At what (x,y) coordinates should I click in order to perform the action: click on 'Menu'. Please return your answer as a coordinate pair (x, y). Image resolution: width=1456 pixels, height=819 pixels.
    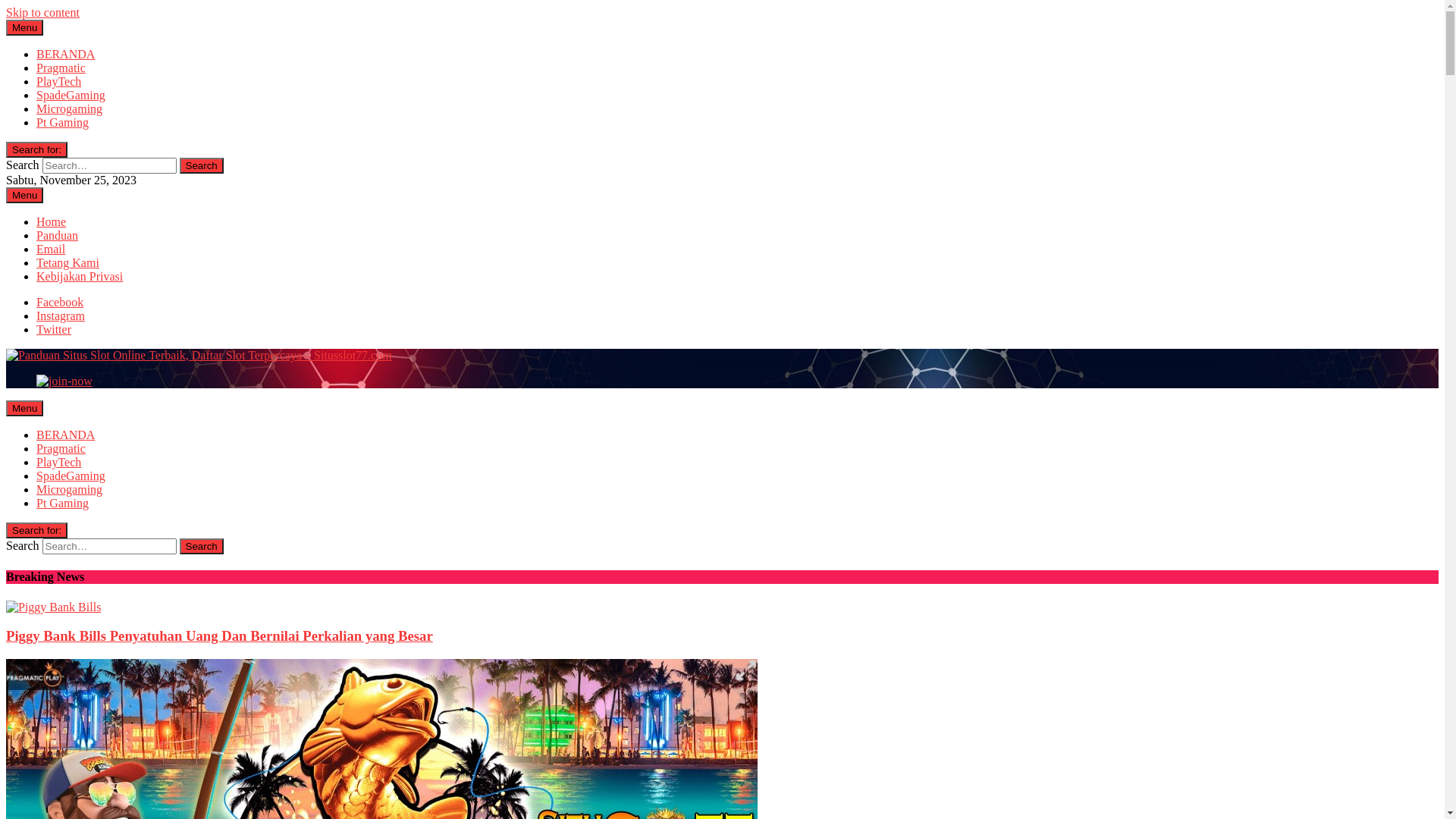
    Looking at the image, I should click on (24, 194).